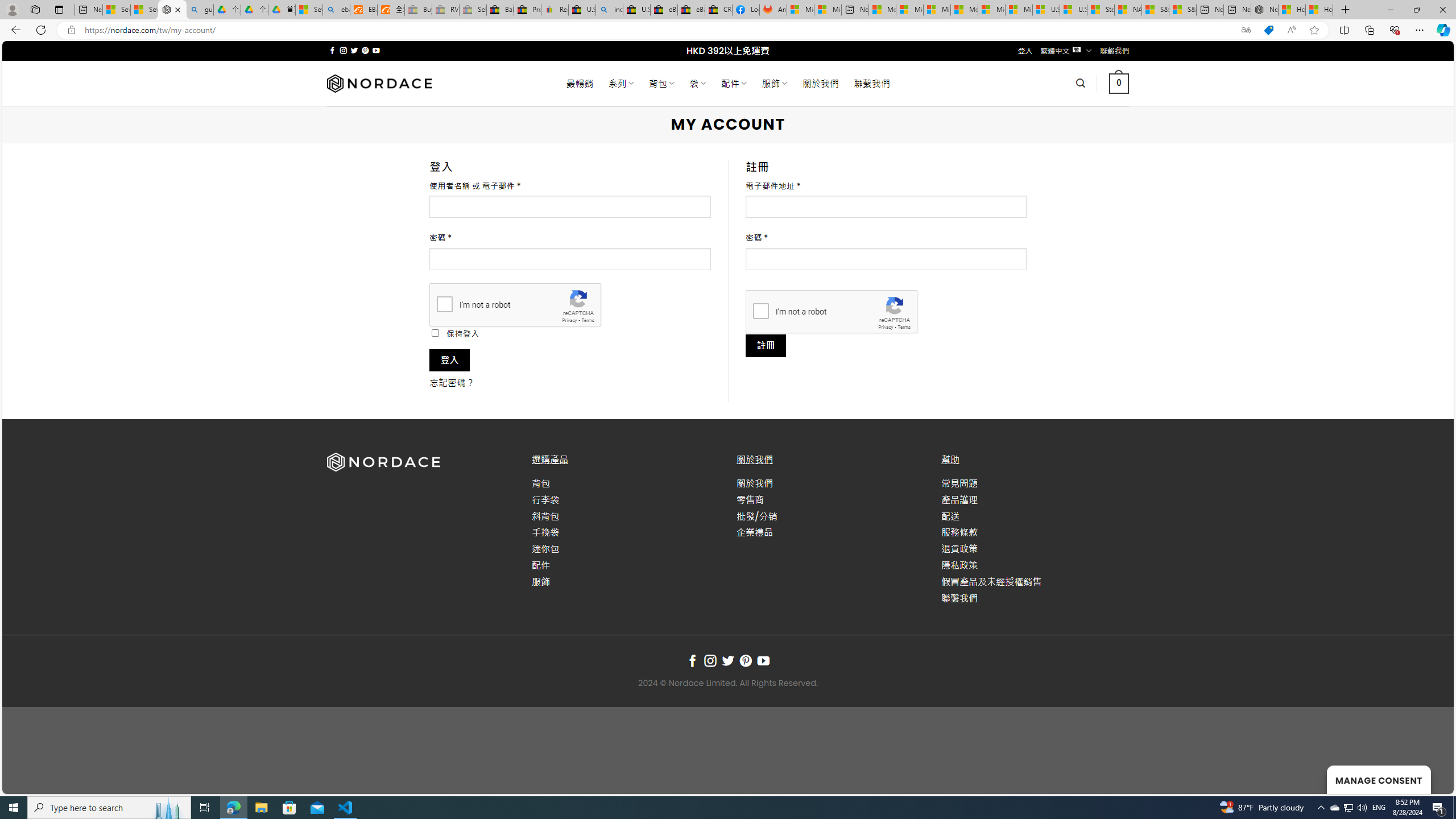 This screenshot has width=1456, height=819. I want to click on 'including - Search', so click(609, 9).